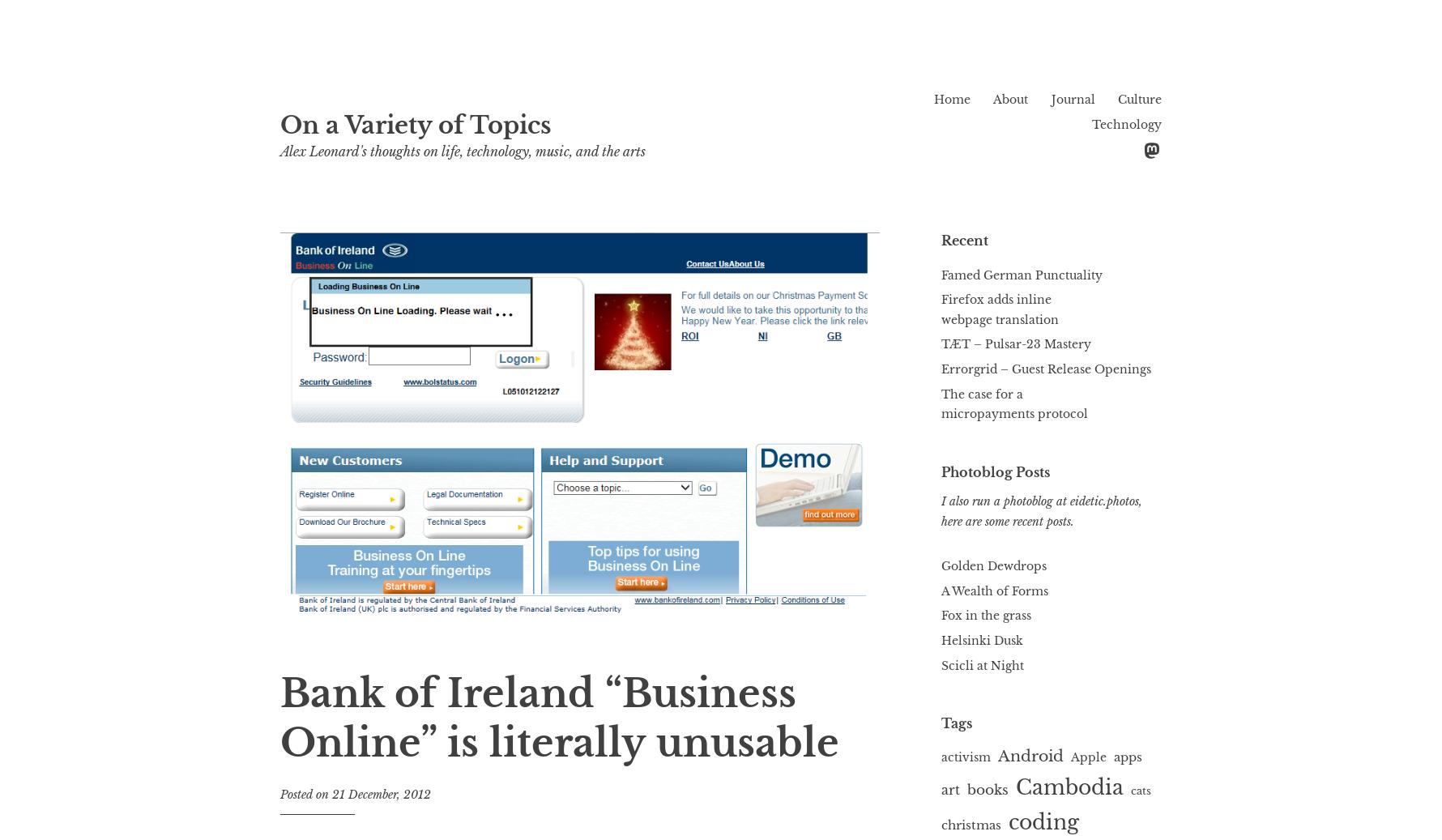  Describe the element at coordinates (982, 639) in the screenshot. I see `'Helsinki Dusk'` at that location.